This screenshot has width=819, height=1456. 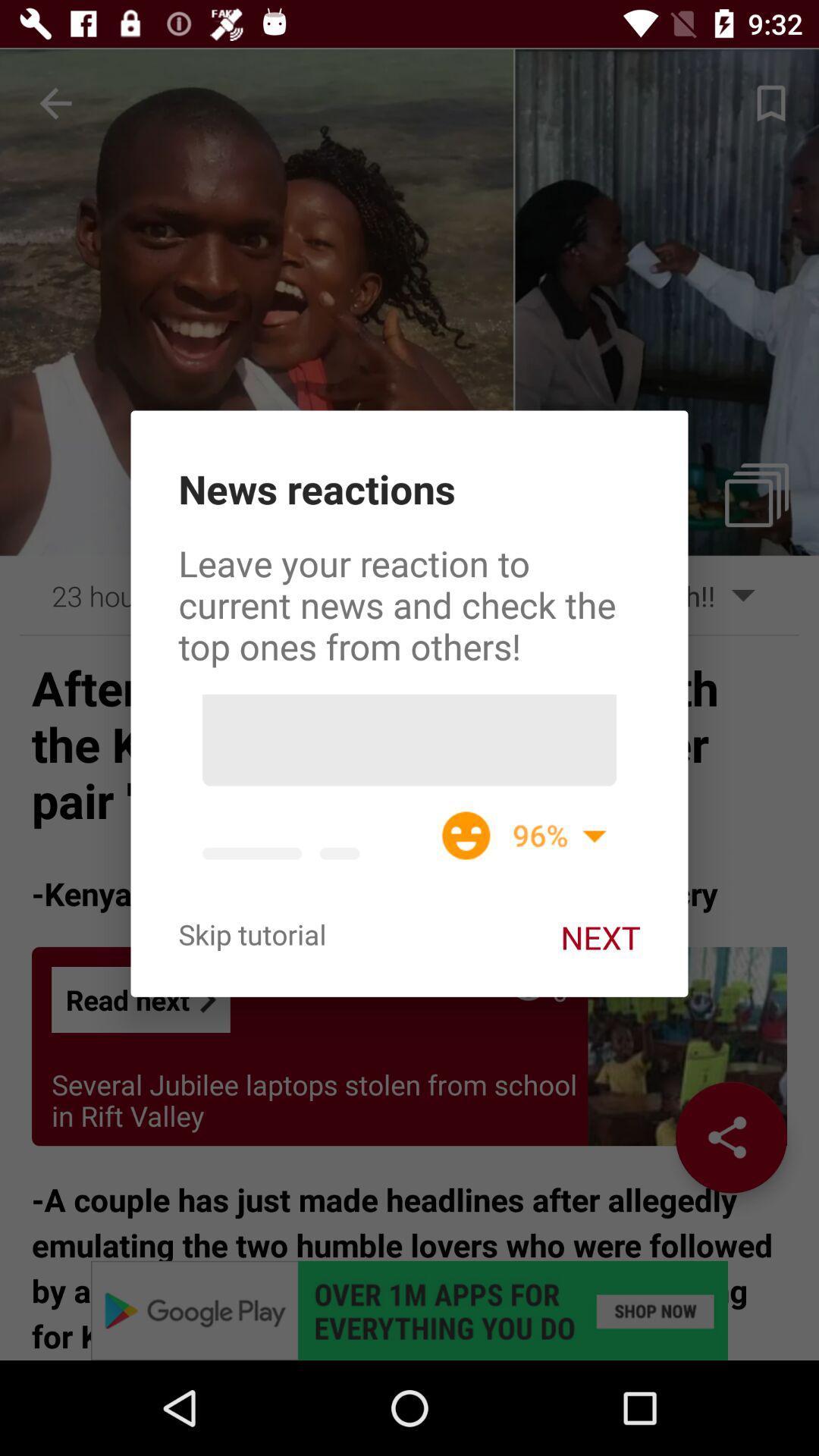 What do you see at coordinates (251, 934) in the screenshot?
I see `skip tutorial icon` at bounding box center [251, 934].